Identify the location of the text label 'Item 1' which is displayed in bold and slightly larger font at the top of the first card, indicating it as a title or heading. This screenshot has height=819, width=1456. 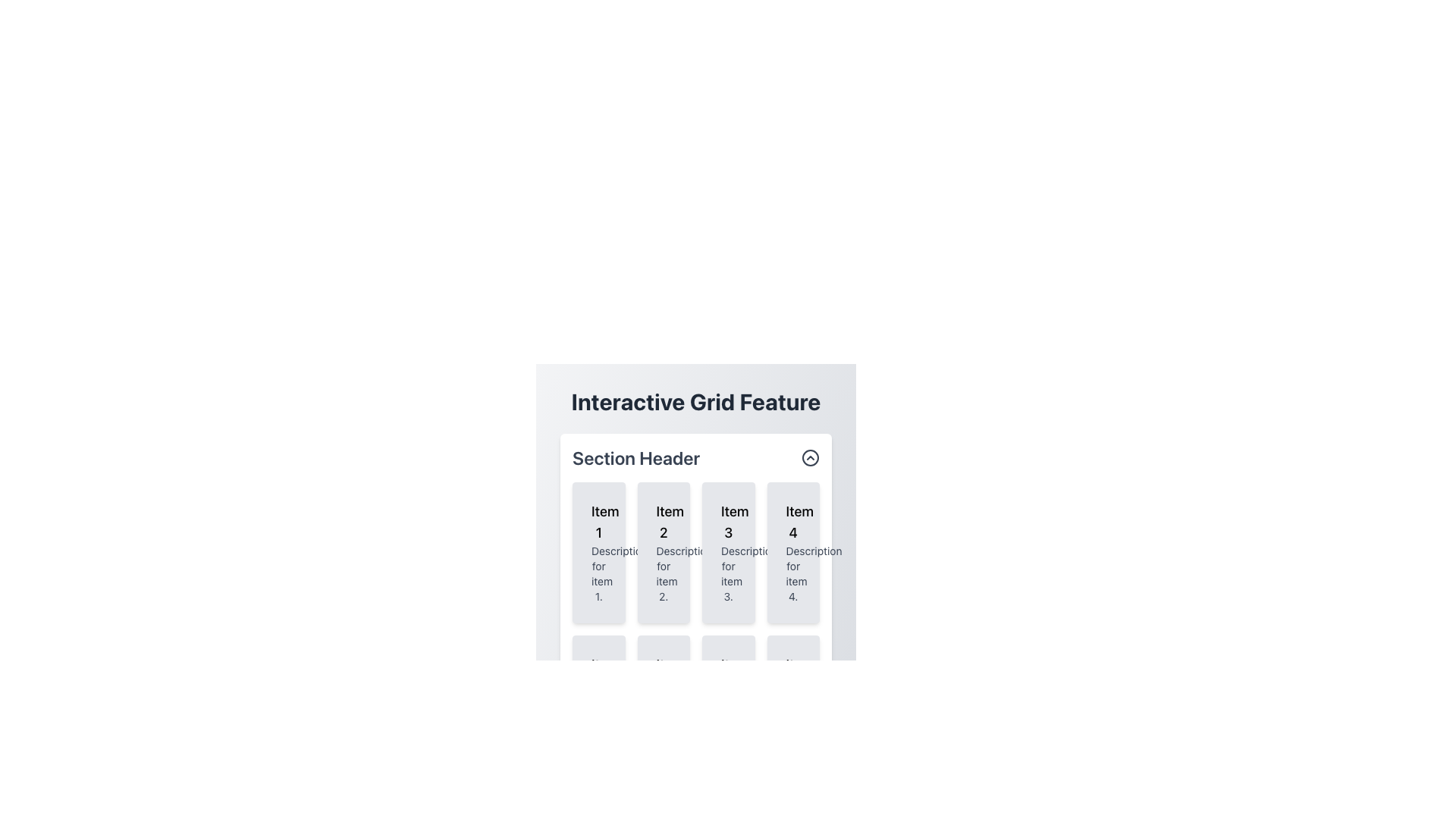
(598, 522).